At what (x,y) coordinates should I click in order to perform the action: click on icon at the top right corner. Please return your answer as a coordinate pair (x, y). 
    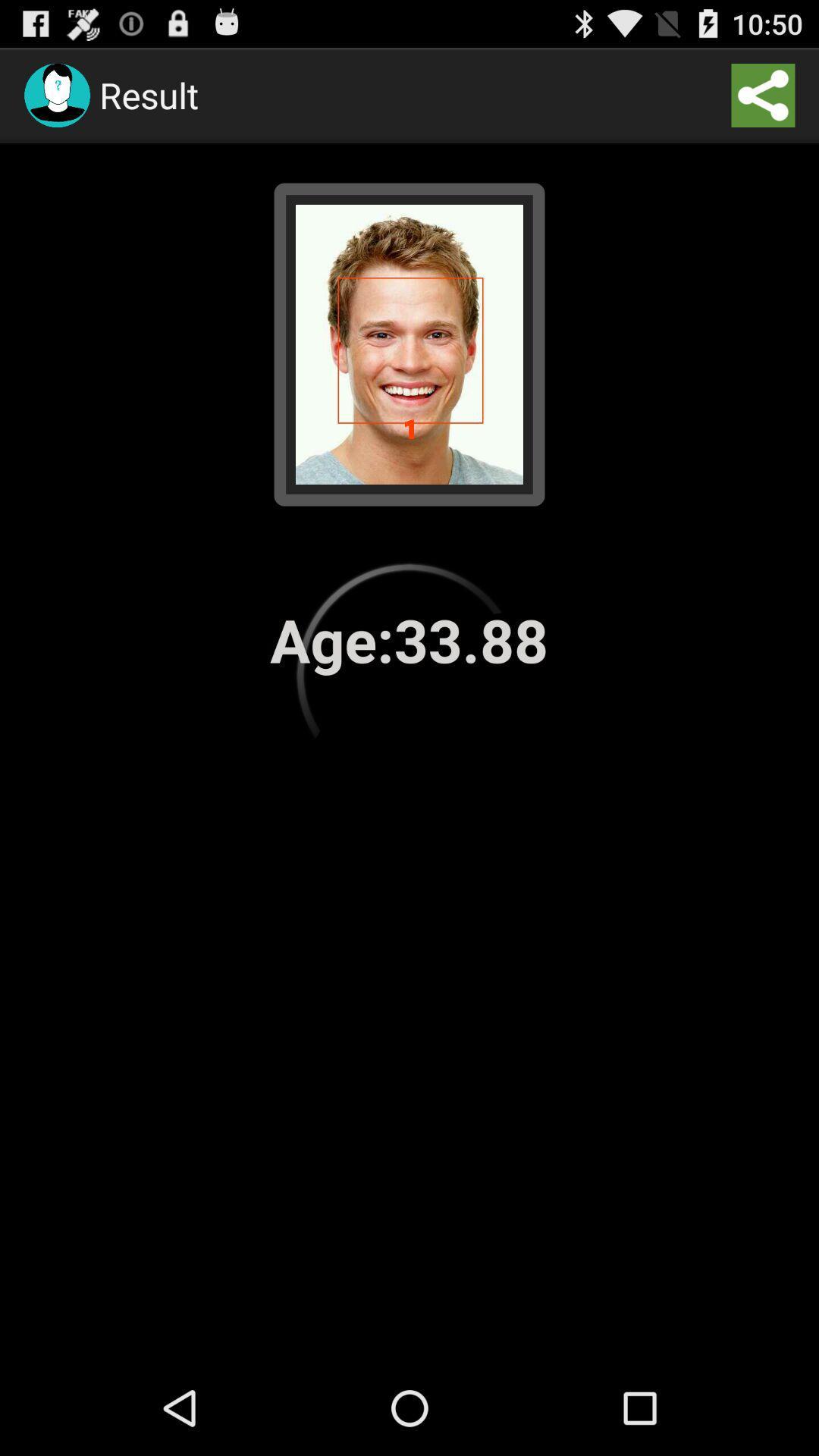
    Looking at the image, I should click on (763, 94).